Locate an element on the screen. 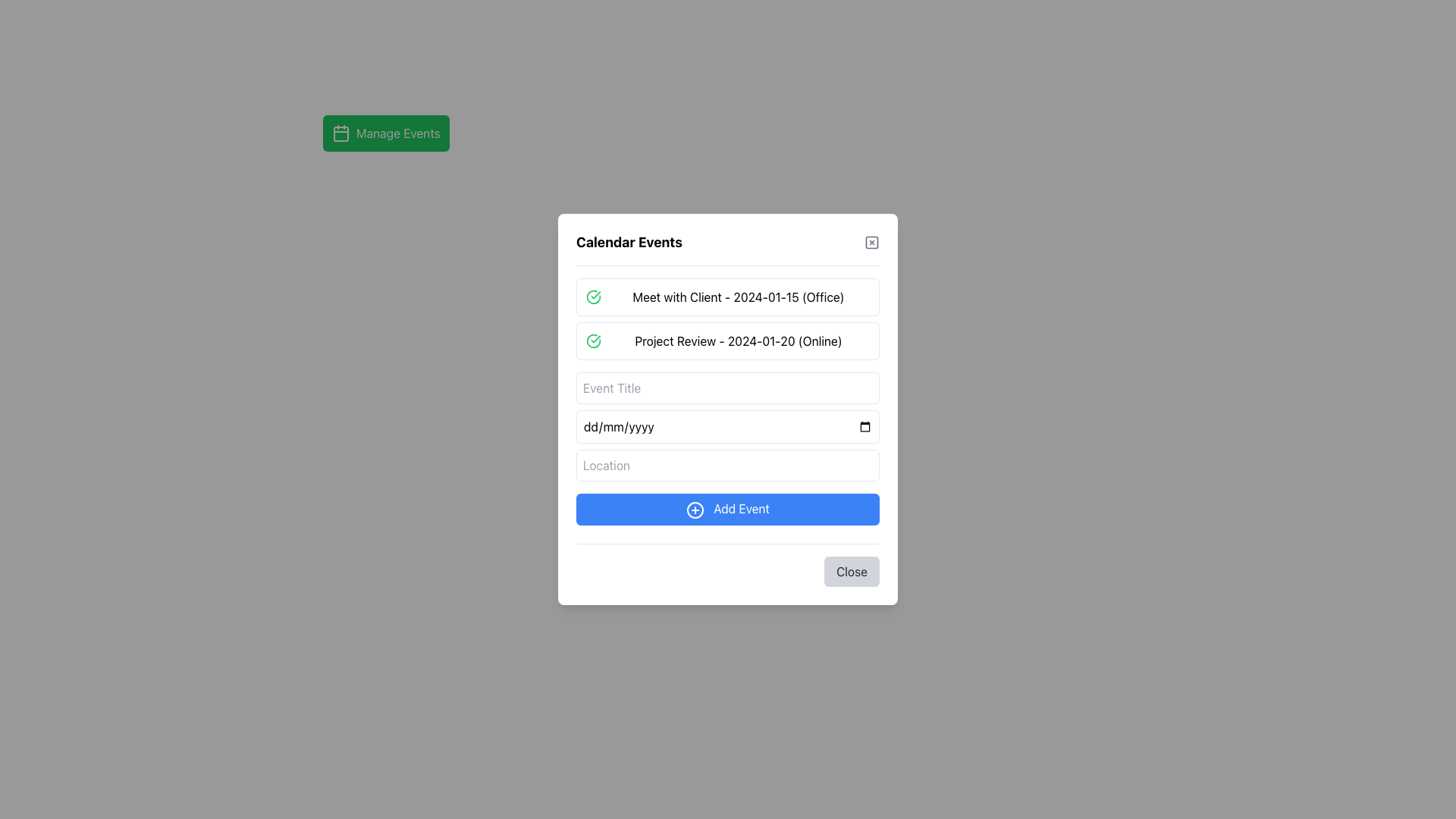 Image resolution: width=1456 pixels, height=819 pixels. the green circular check mark icon that signifies a completed or confirmed status, located to the left of the text 'Meet with Client - 2024-01-15 (Office)' in the 'Calendar Events' dialog is located at coordinates (592, 297).